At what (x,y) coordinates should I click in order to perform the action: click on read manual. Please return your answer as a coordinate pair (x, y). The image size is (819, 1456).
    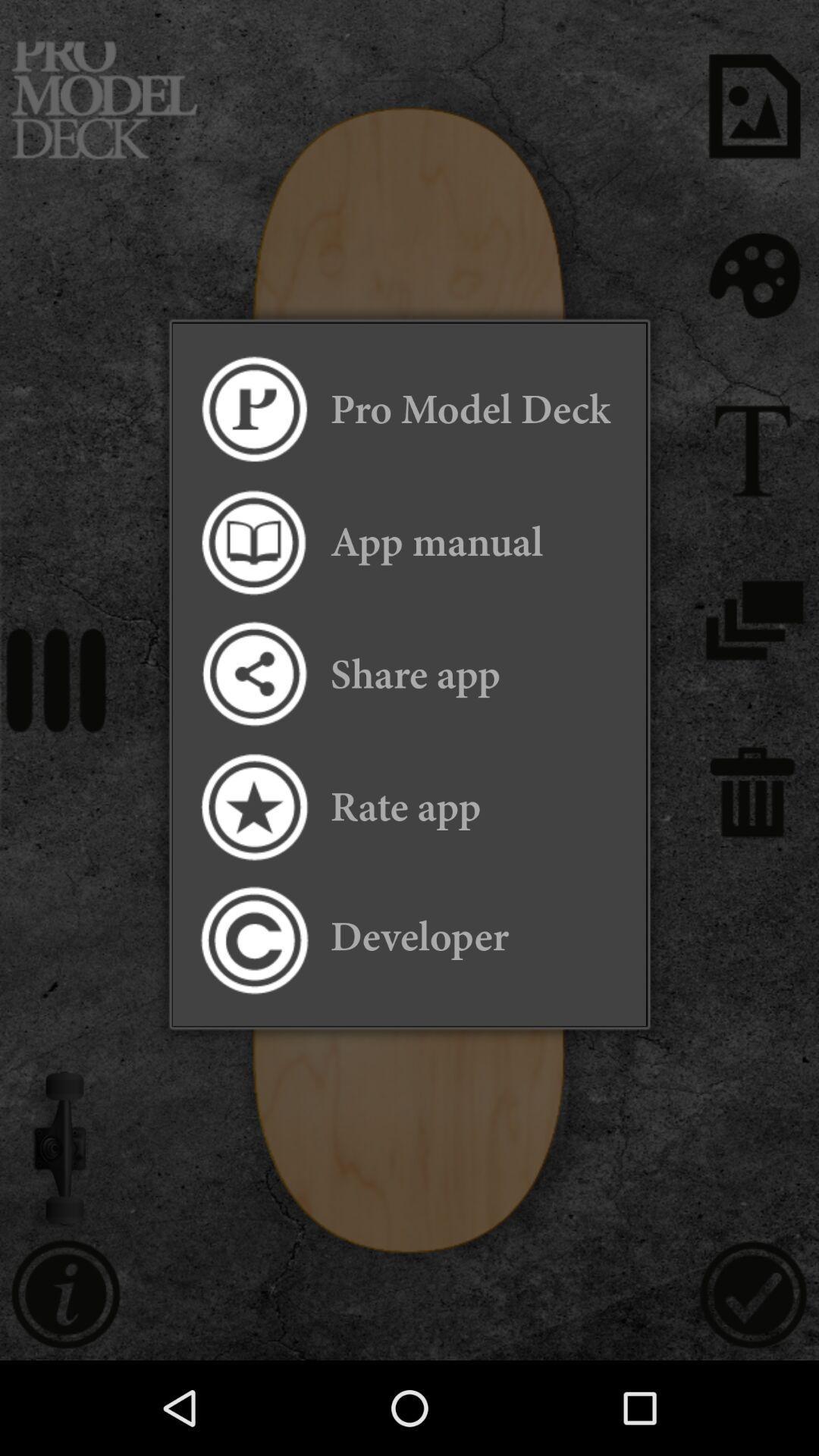
    Looking at the image, I should click on (253, 542).